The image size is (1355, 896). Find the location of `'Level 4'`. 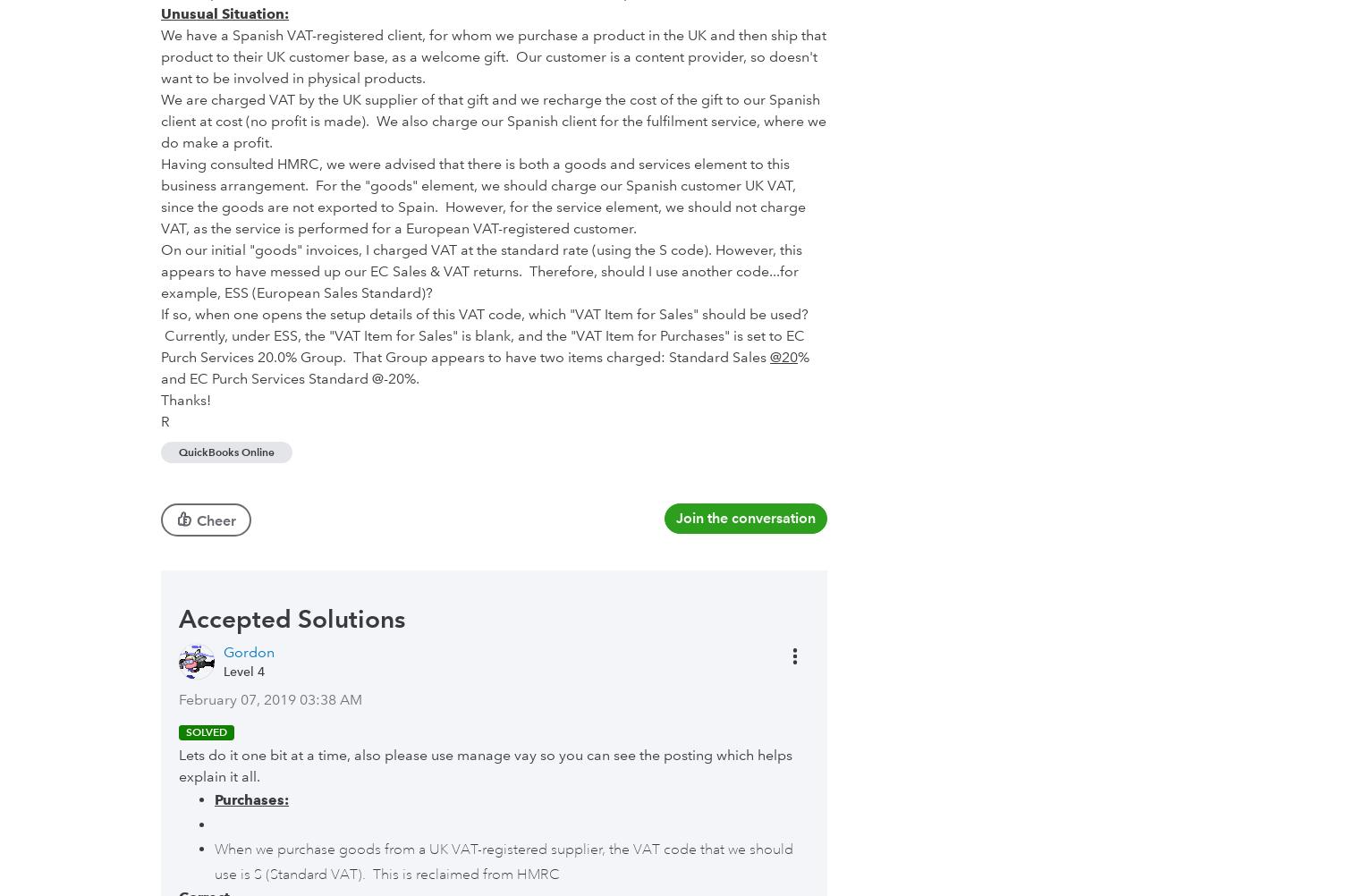

'Level 4' is located at coordinates (244, 670).